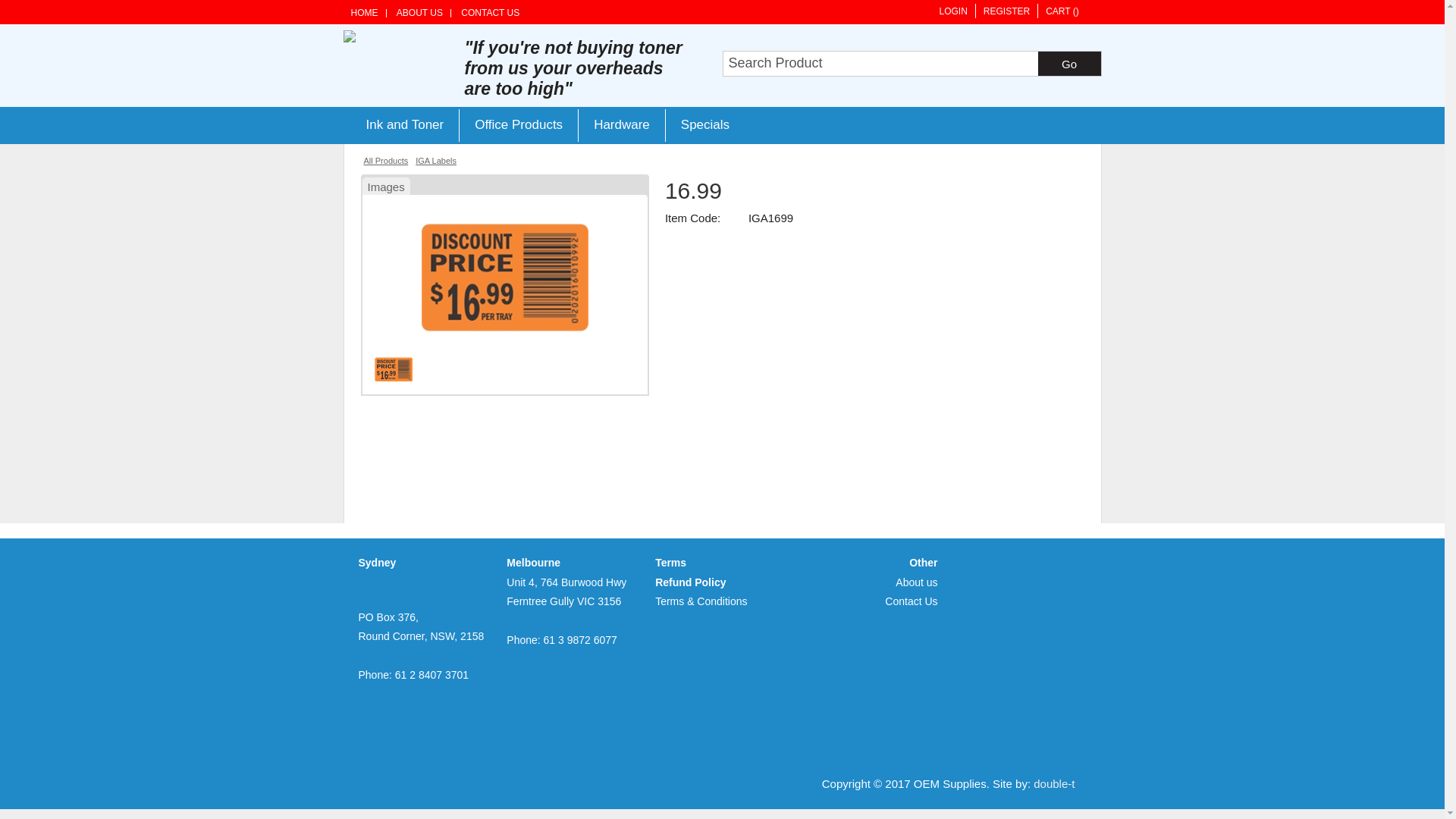  I want to click on 'REGISTER', so click(1006, 11).